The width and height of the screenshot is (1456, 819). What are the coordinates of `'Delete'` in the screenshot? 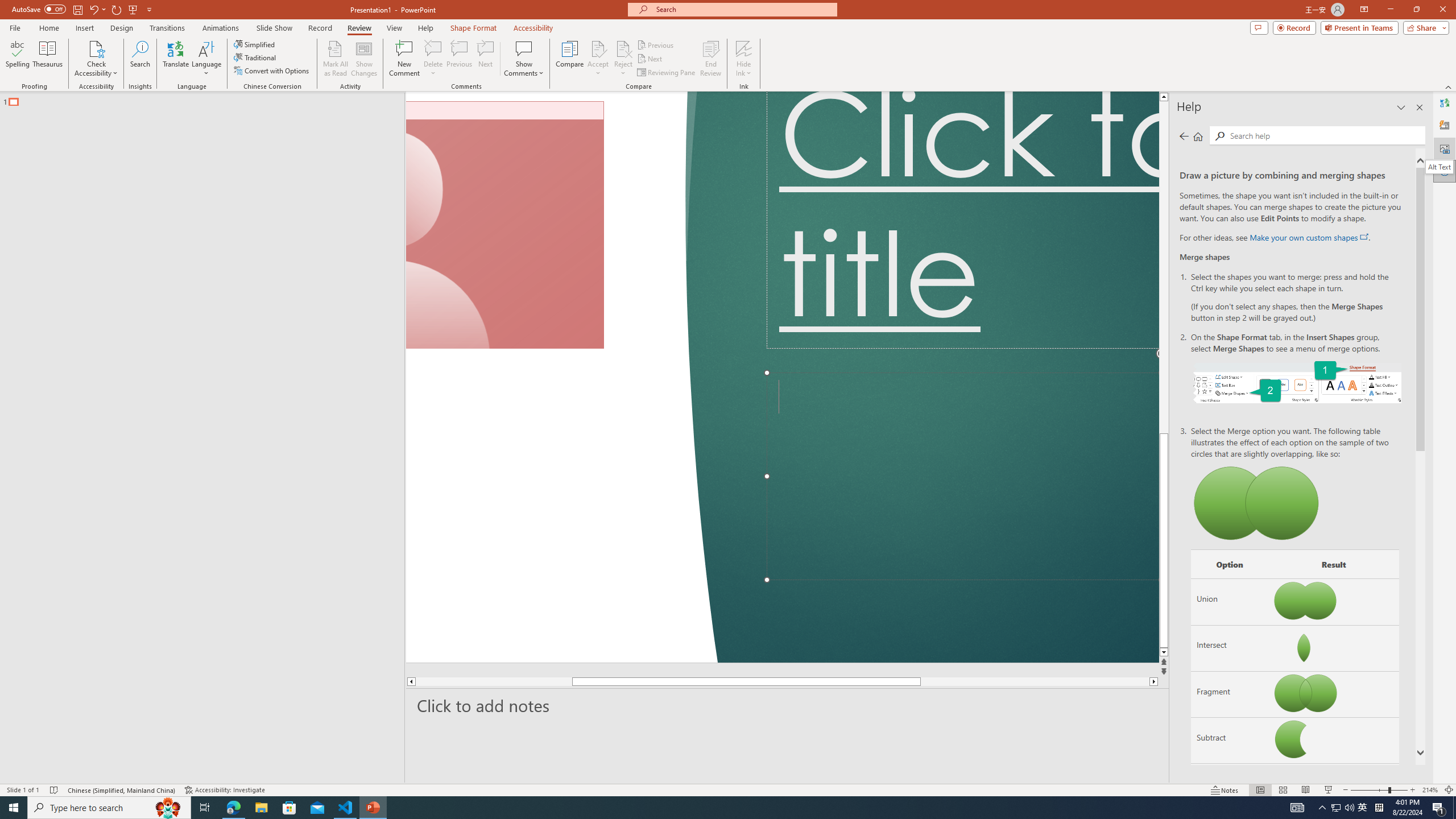 It's located at (433, 59).